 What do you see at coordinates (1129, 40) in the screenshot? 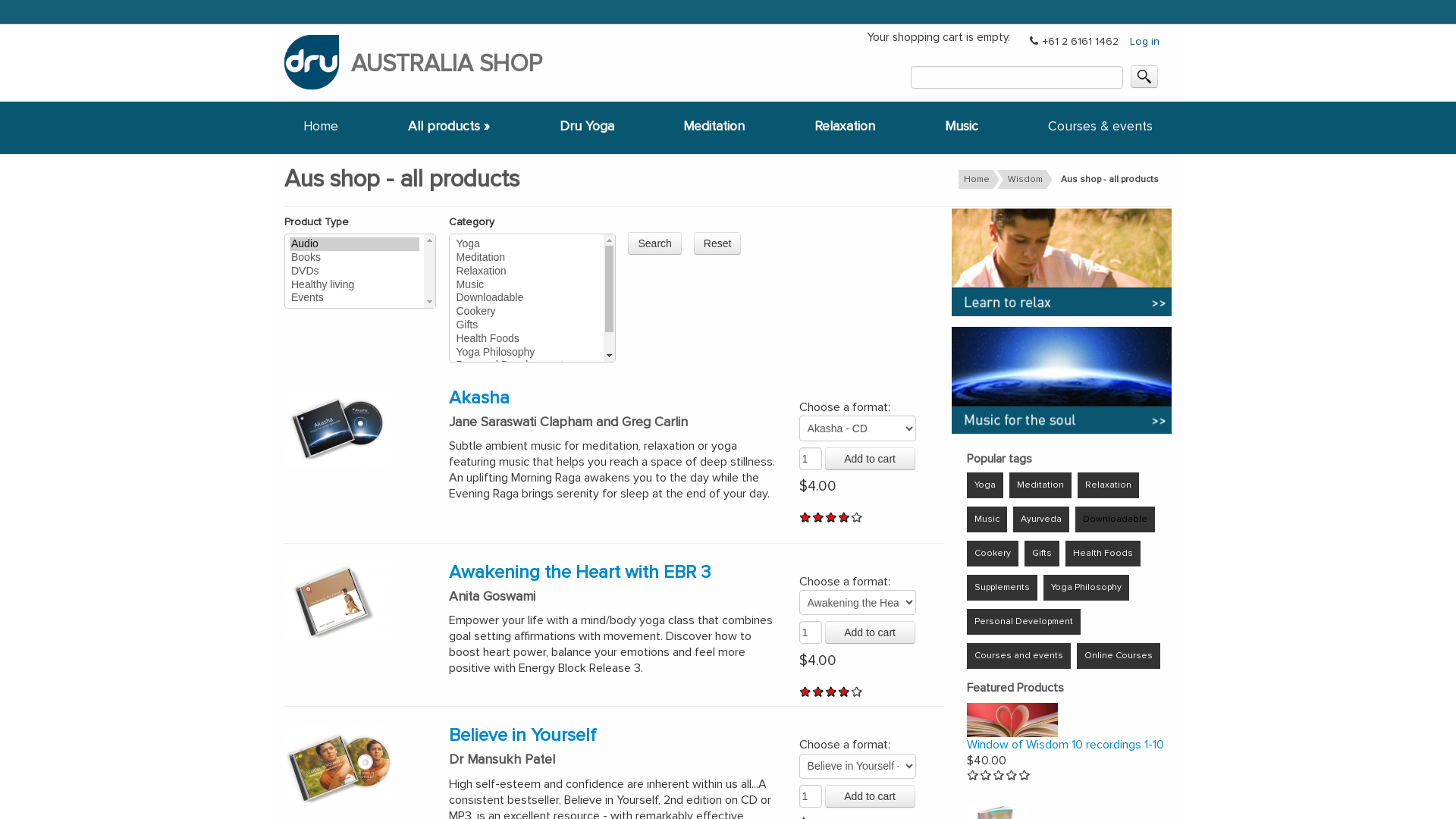
I see `'Log in'` at bounding box center [1129, 40].